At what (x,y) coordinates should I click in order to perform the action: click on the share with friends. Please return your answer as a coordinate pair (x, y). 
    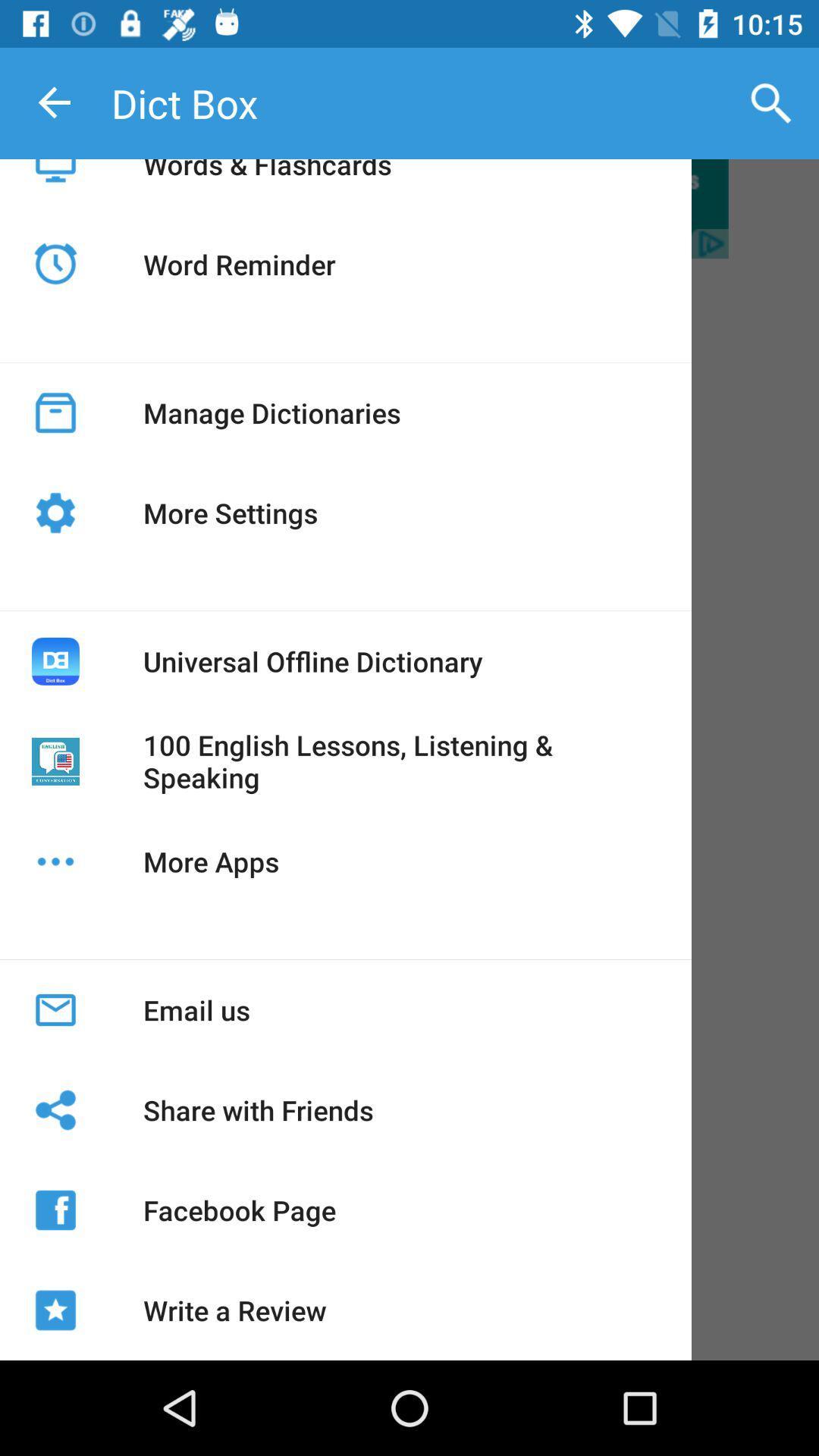
    Looking at the image, I should click on (257, 1110).